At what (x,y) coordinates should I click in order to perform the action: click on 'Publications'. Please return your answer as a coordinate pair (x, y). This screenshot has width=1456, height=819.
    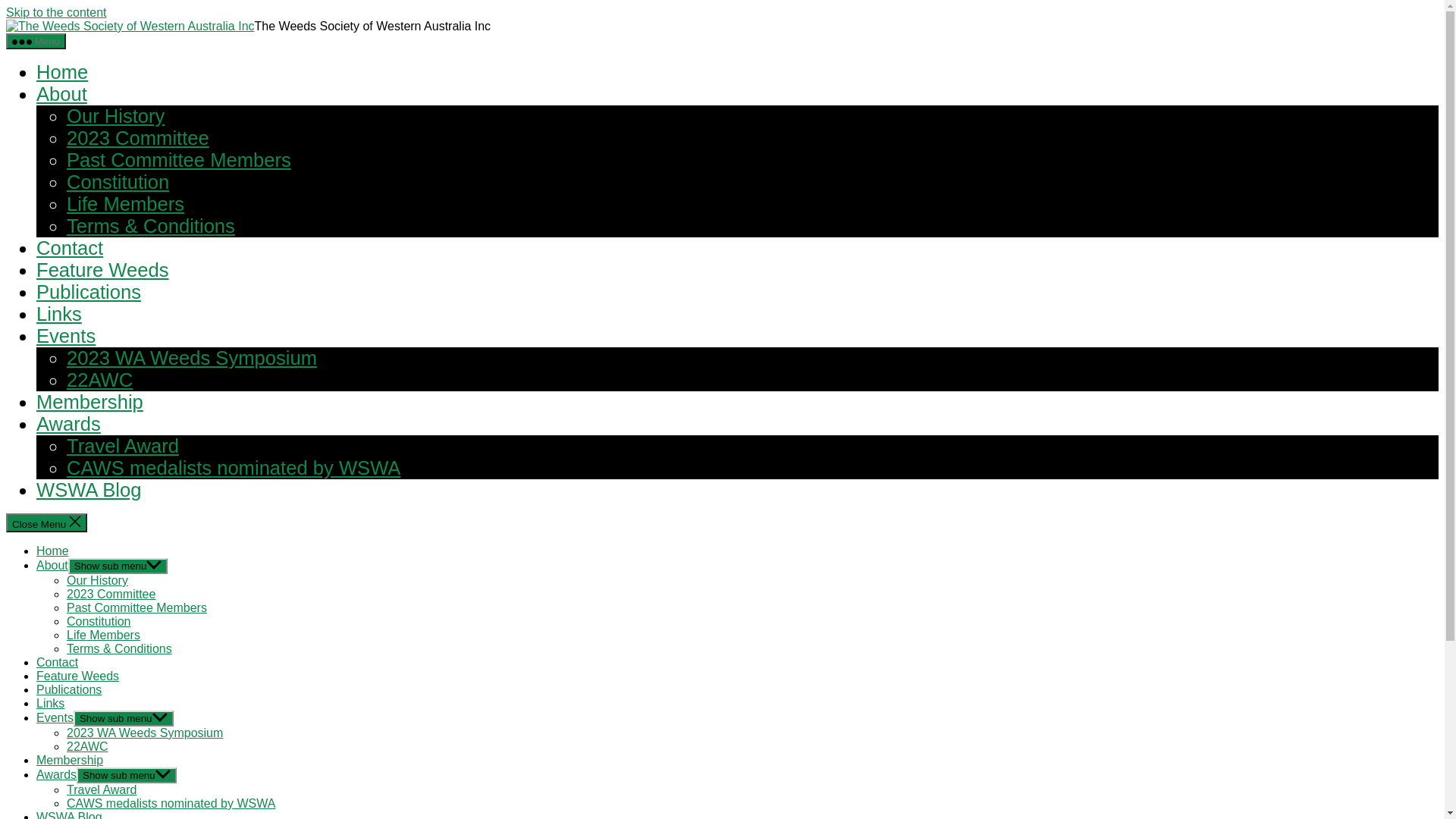
    Looking at the image, I should click on (68, 689).